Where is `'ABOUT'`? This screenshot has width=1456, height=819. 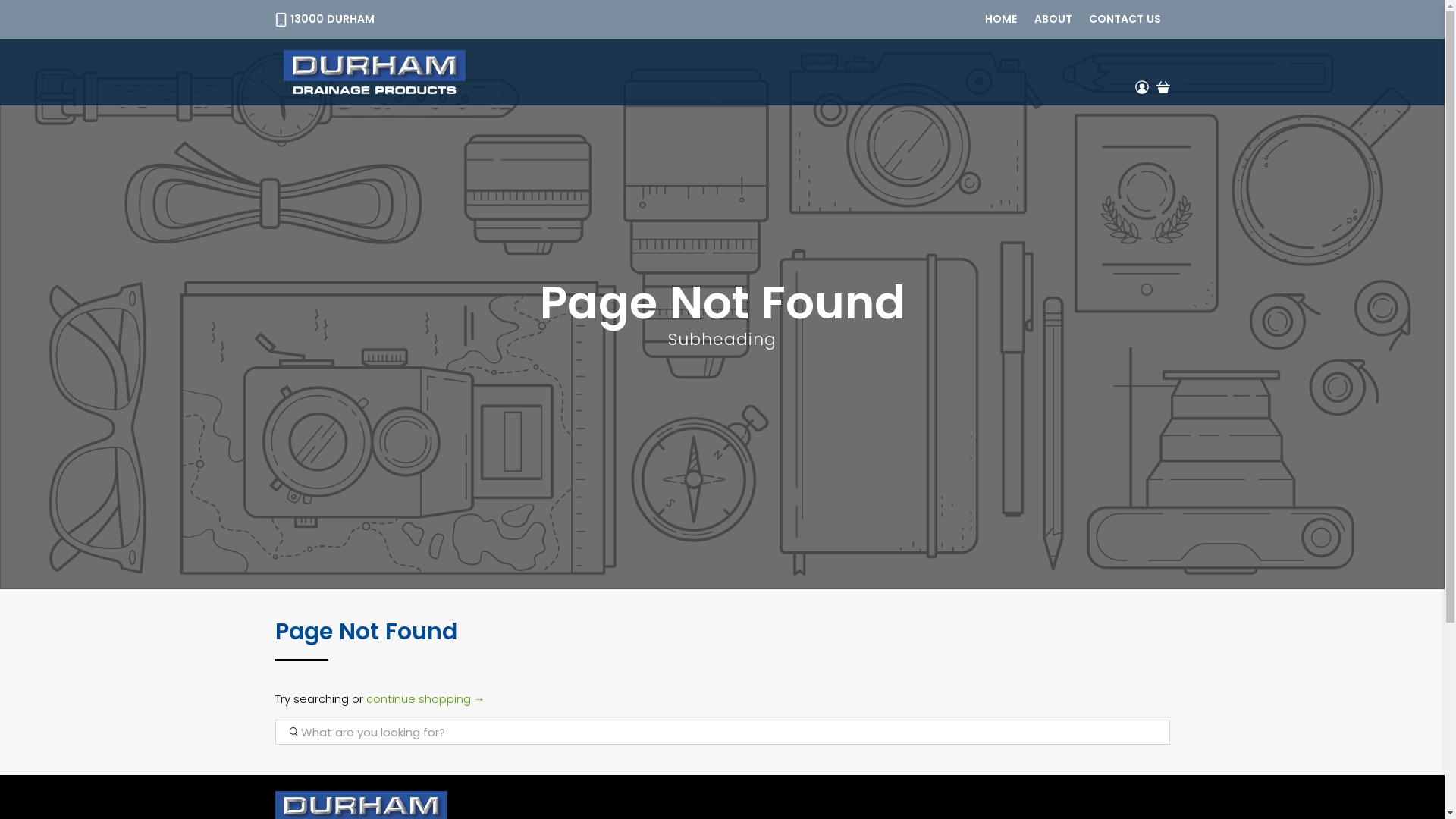 'ABOUT' is located at coordinates (1025, 19).